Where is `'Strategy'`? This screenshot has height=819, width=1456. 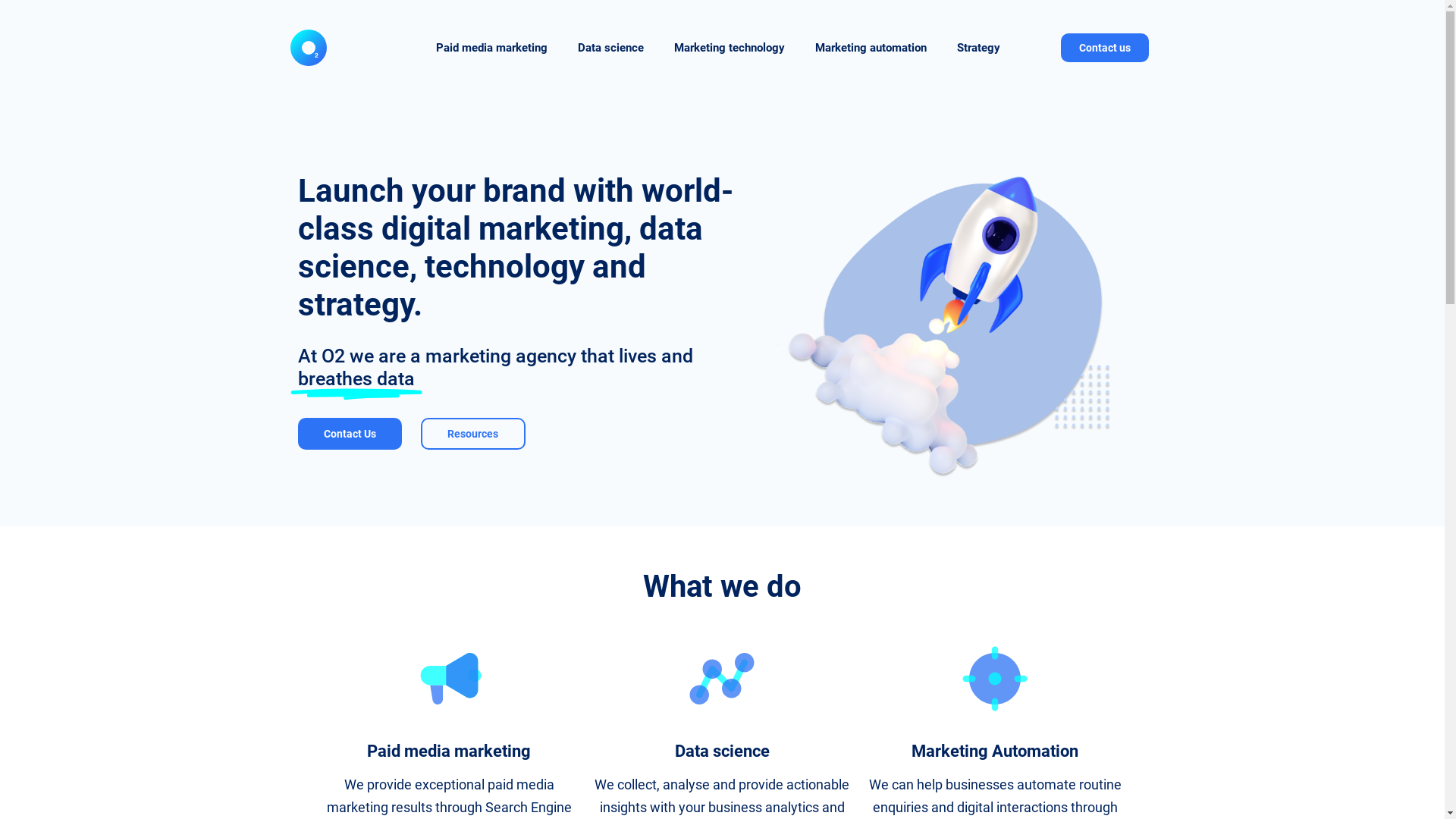 'Strategy' is located at coordinates (978, 46).